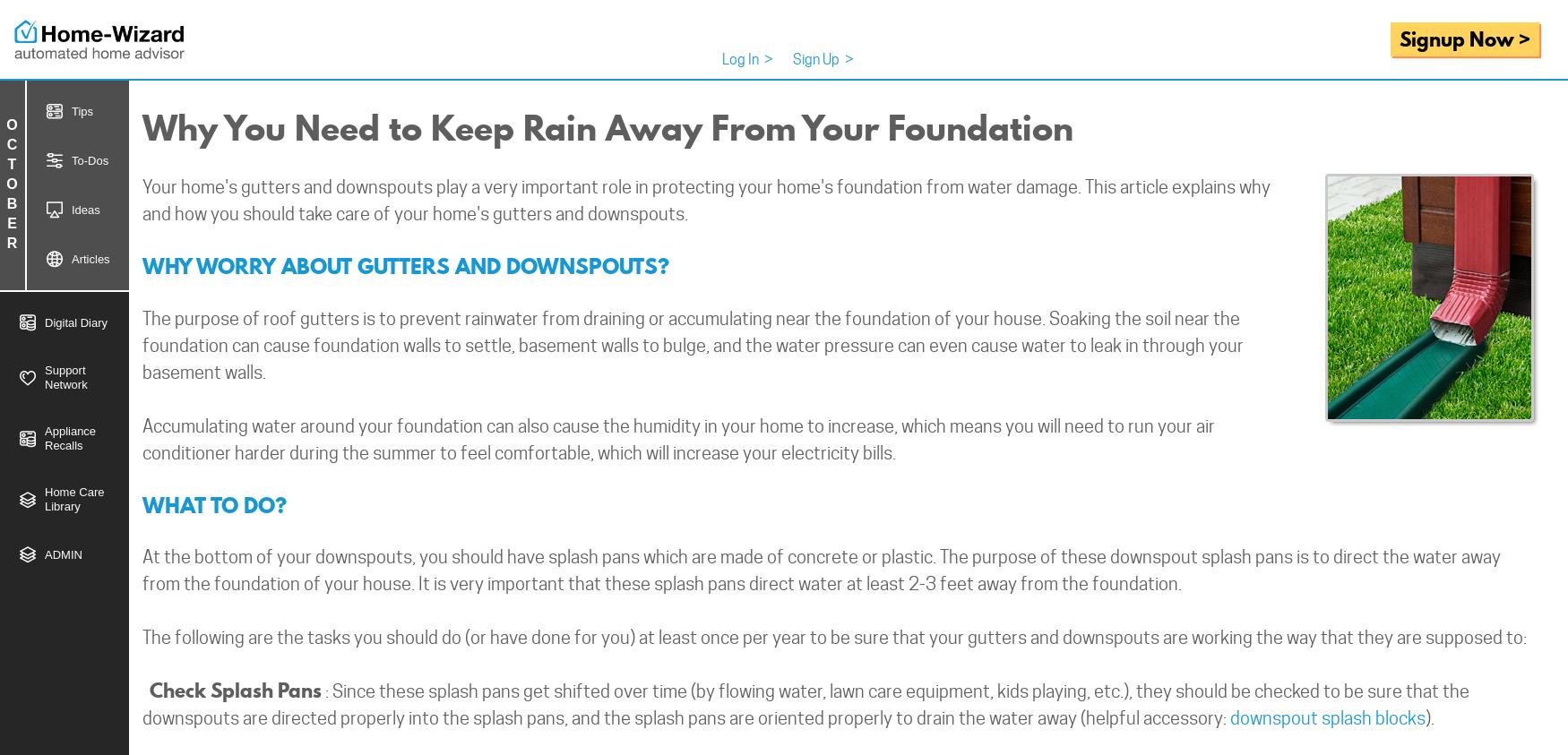  Describe the element at coordinates (73, 492) in the screenshot. I see `'Home Care'` at that location.